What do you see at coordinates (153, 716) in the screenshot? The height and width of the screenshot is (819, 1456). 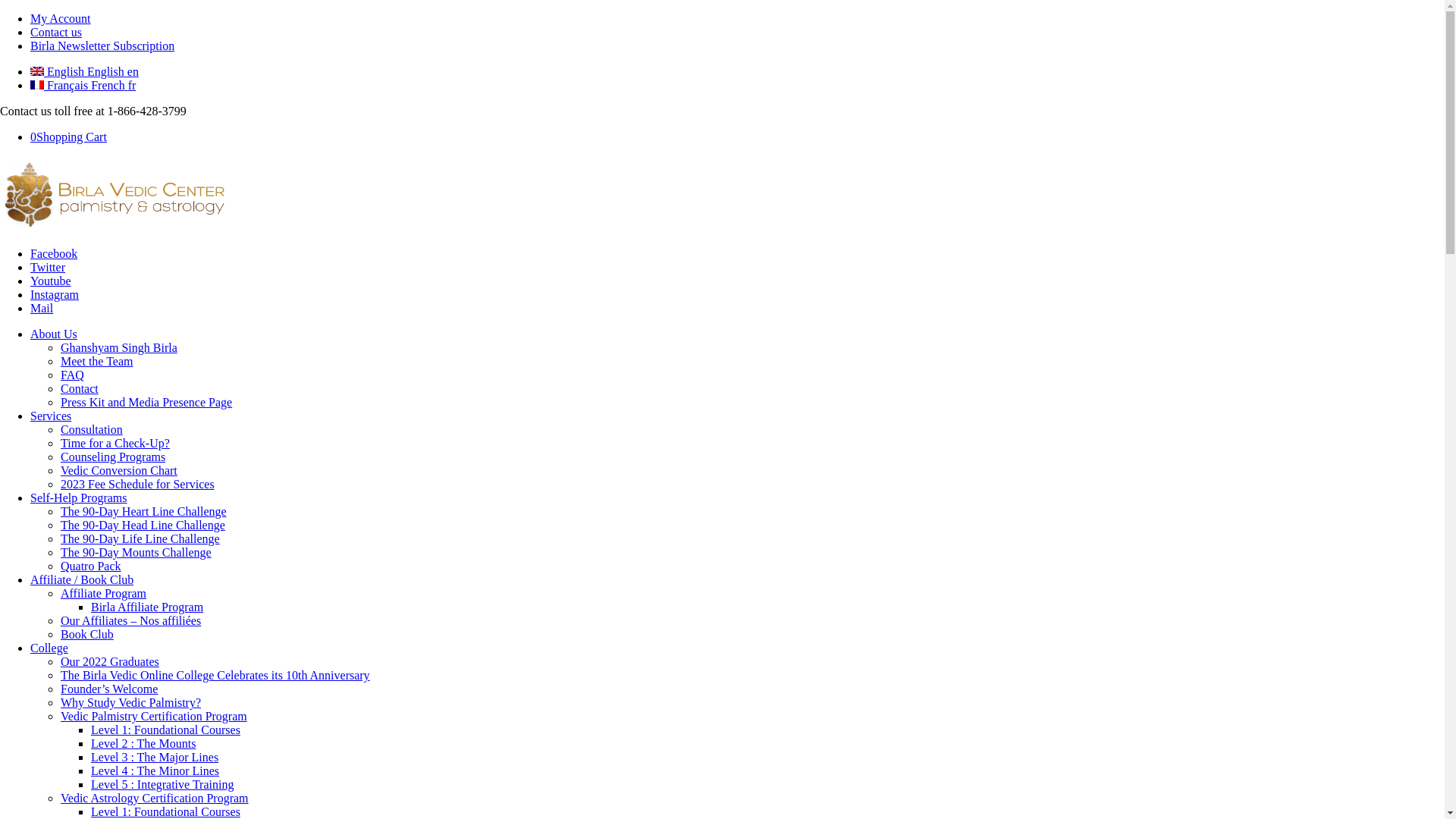 I see `'Vedic Palmistry Certification Program'` at bounding box center [153, 716].